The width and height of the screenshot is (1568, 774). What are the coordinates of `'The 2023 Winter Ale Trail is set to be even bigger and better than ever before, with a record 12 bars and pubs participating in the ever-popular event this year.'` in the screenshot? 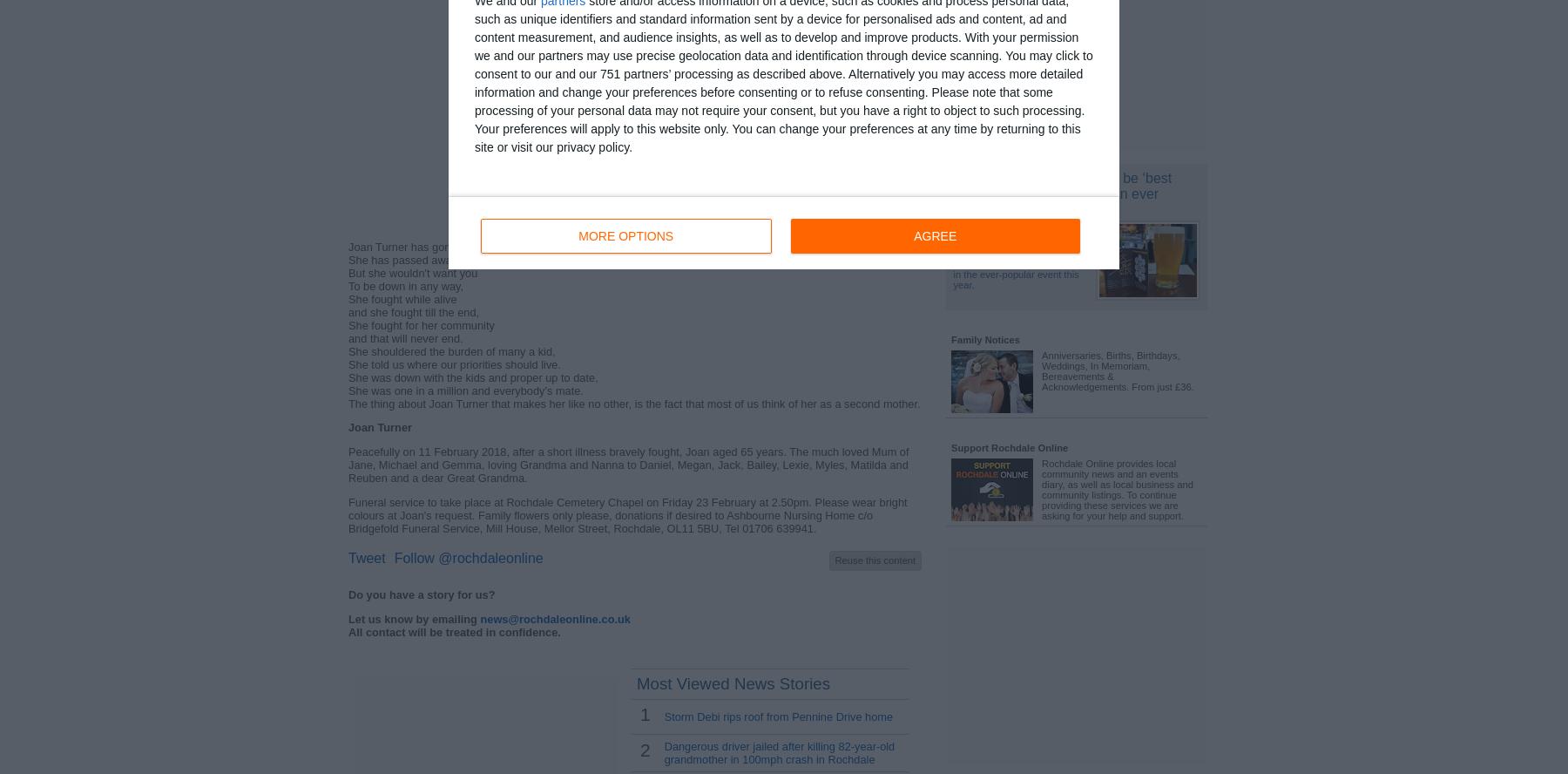 It's located at (1019, 258).